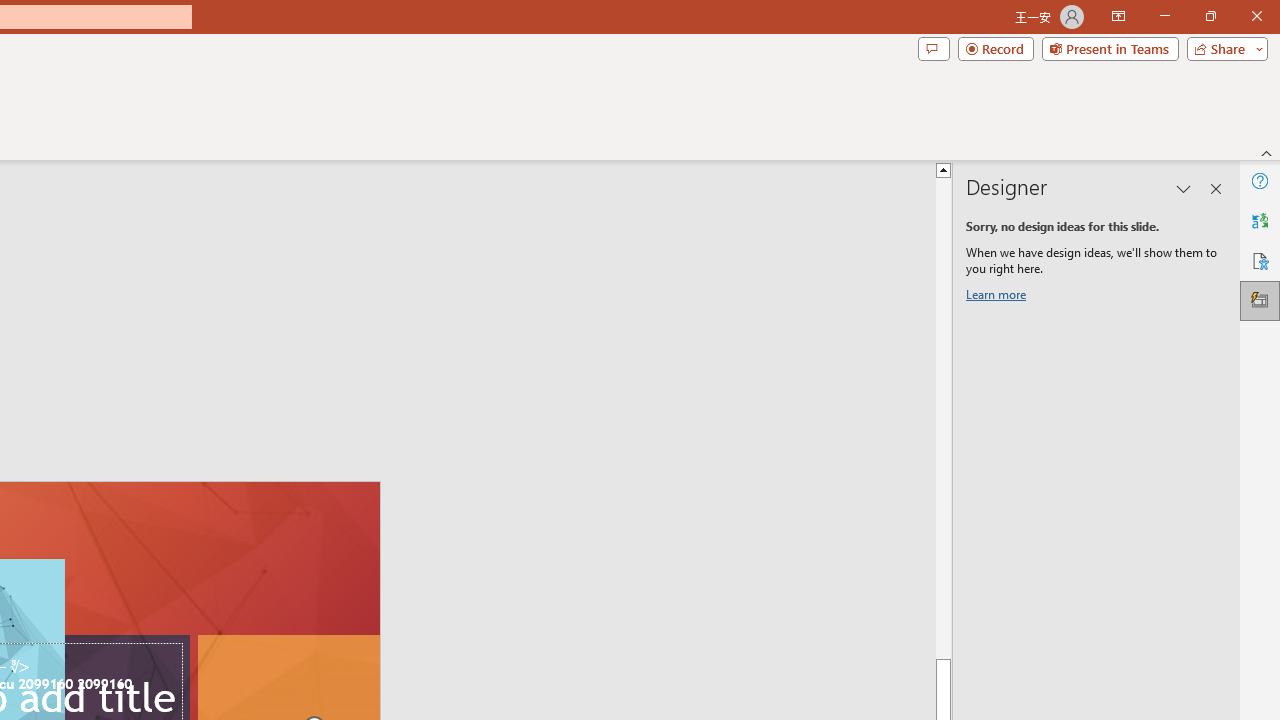 This screenshot has height=720, width=1280. I want to click on 'Close pane', so click(1215, 189).